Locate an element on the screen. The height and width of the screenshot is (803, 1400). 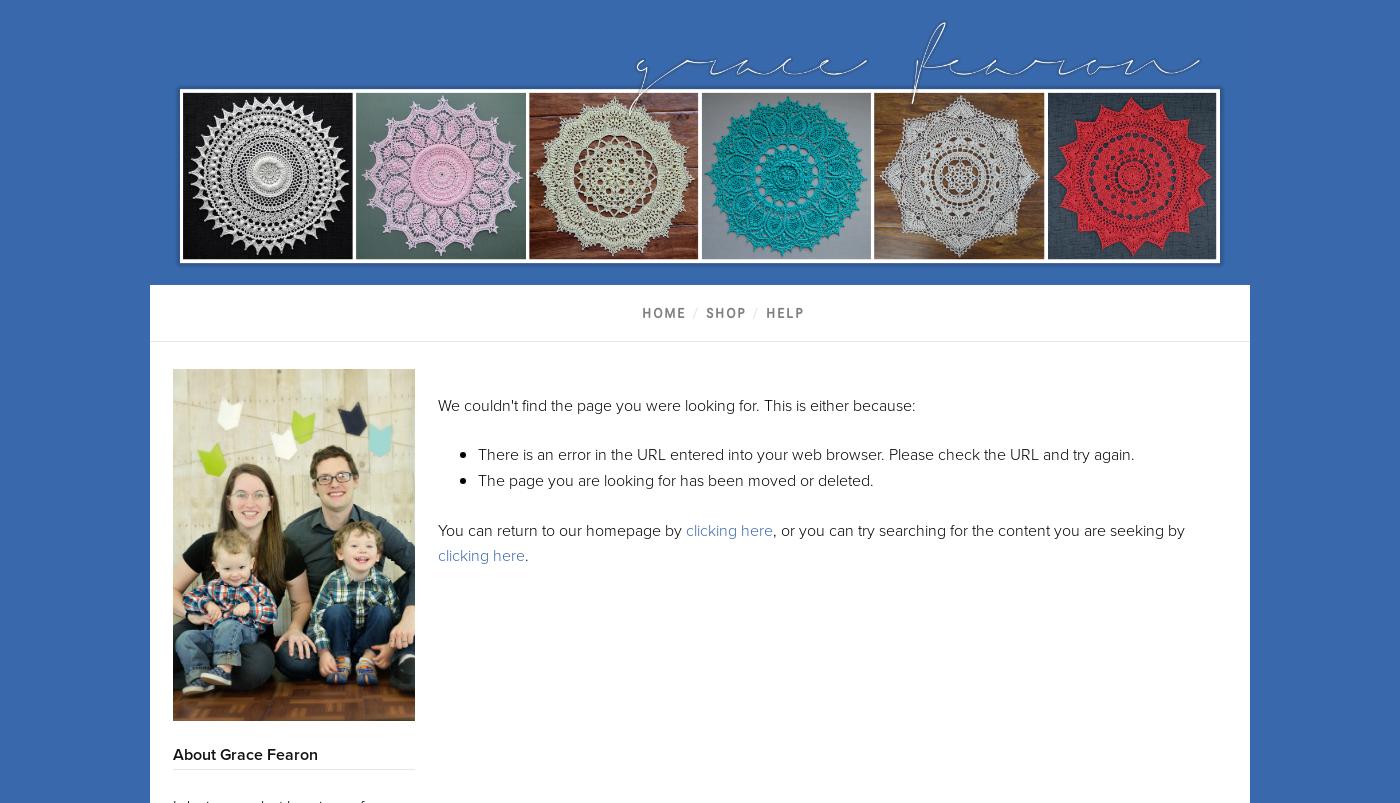
'The page you are looking for has been moved or deleted.' is located at coordinates (676, 479).